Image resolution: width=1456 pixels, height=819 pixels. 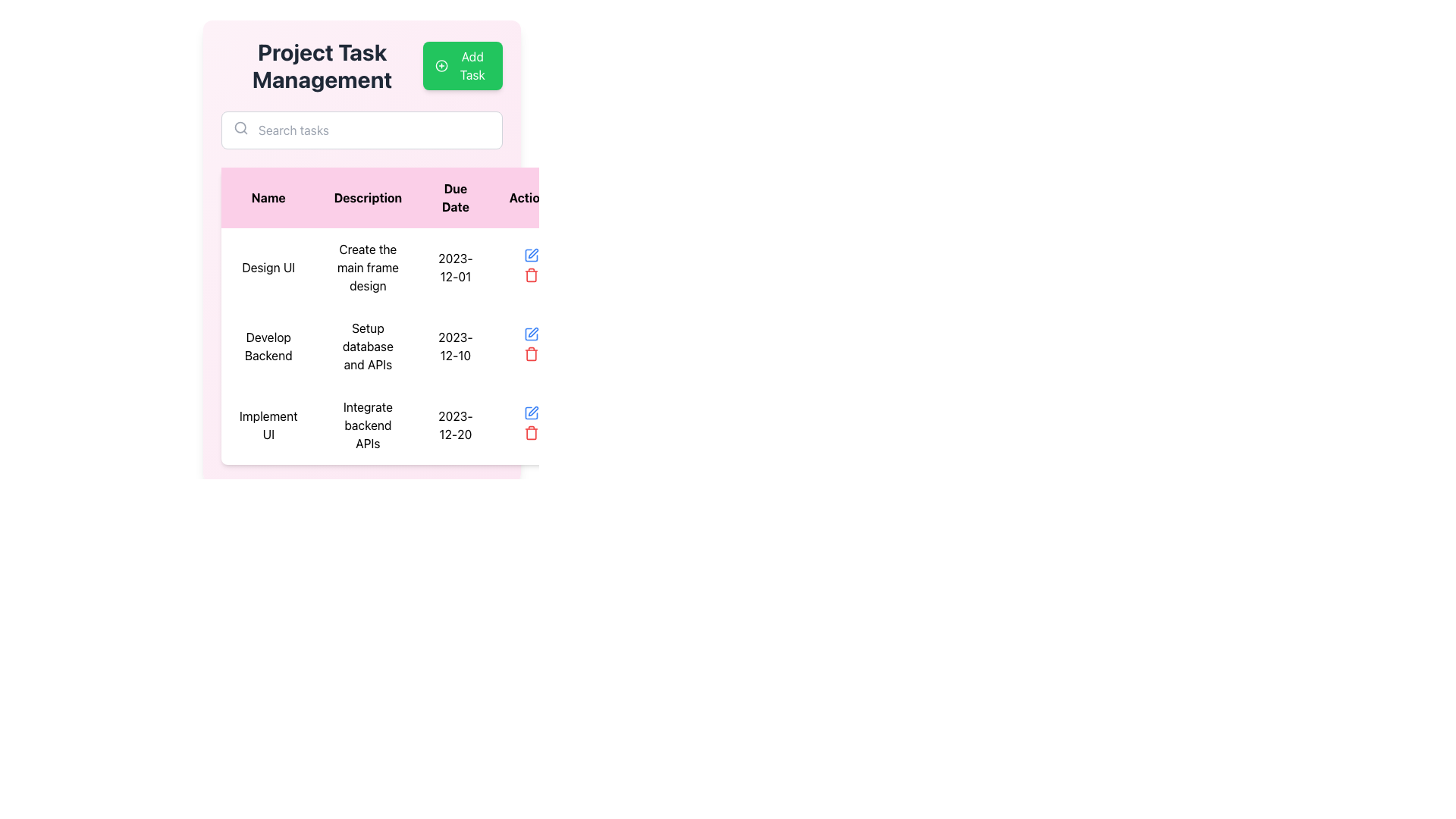 What do you see at coordinates (397, 267) in the screenshot?
I see `the first row of the task list table under the 'Project Task Management' header` at bounding box center [397, 267].